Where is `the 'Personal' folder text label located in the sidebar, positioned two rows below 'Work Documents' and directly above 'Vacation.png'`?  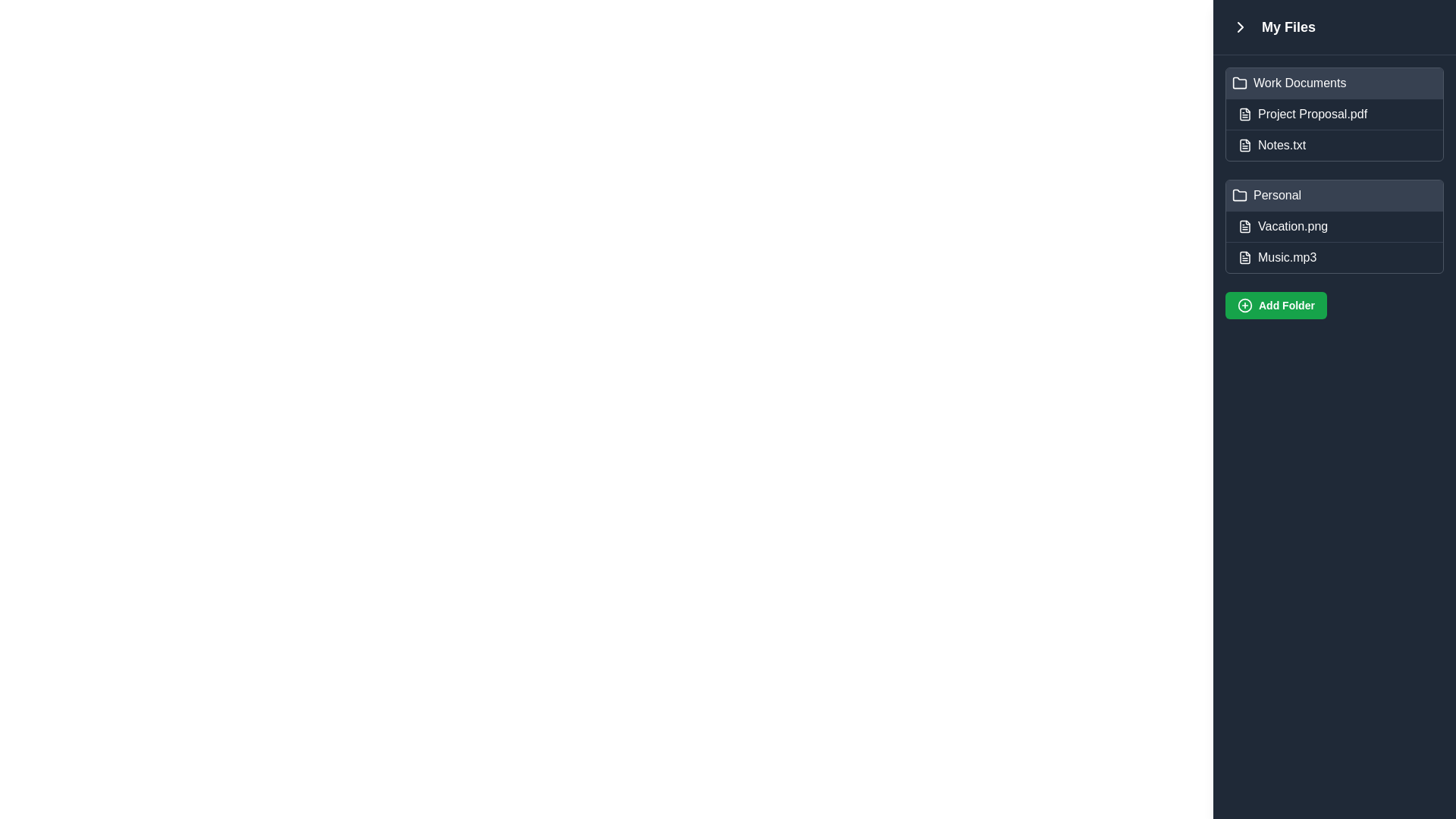 the 'Personal' folder text label located in the sidebar, positioned two rows below 'Work Documents' and directly above 'Vacation.png' is located at coordinates (1276, 195).